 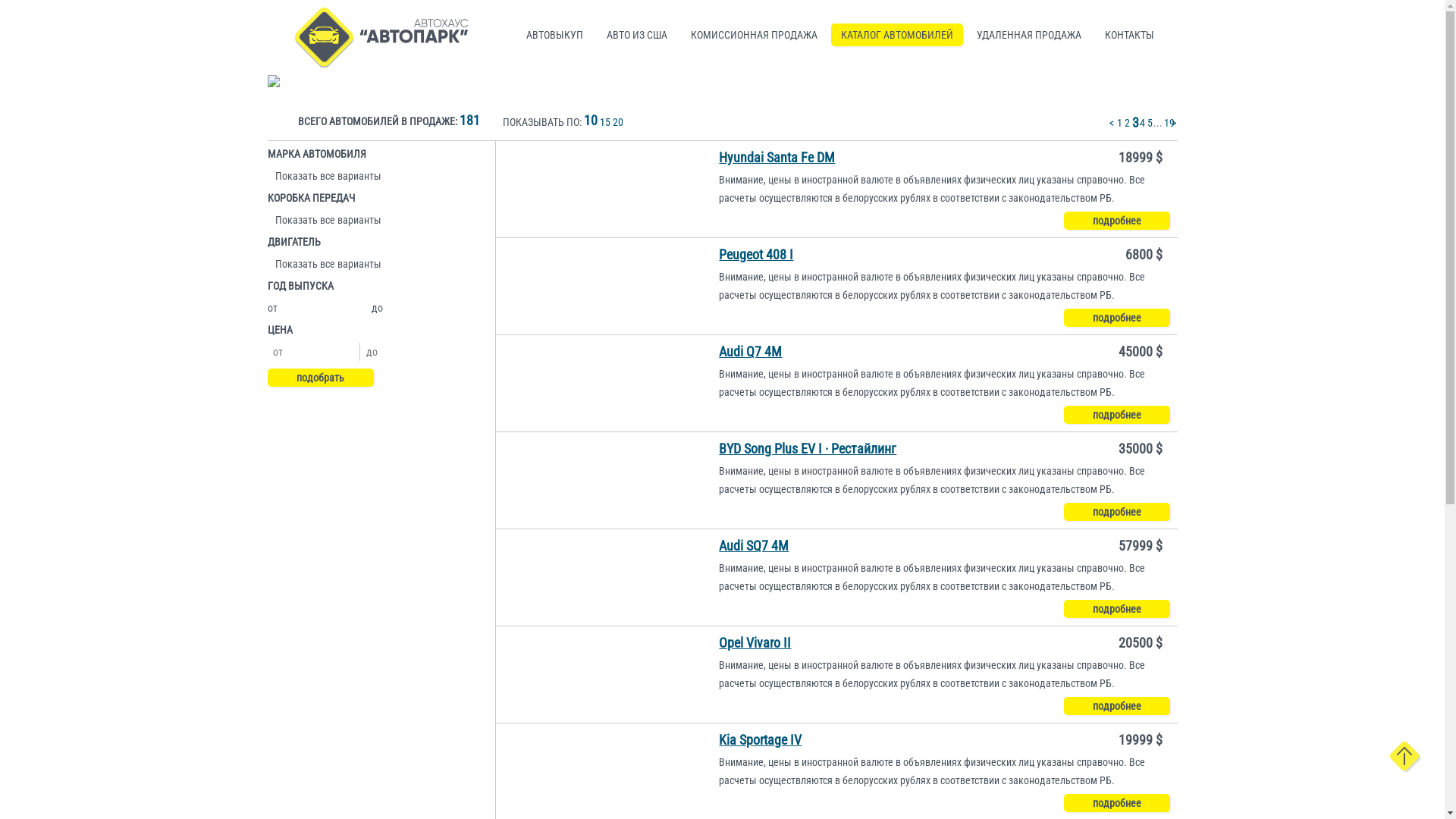 I want to click on '5', so click(x=1149, y=122).